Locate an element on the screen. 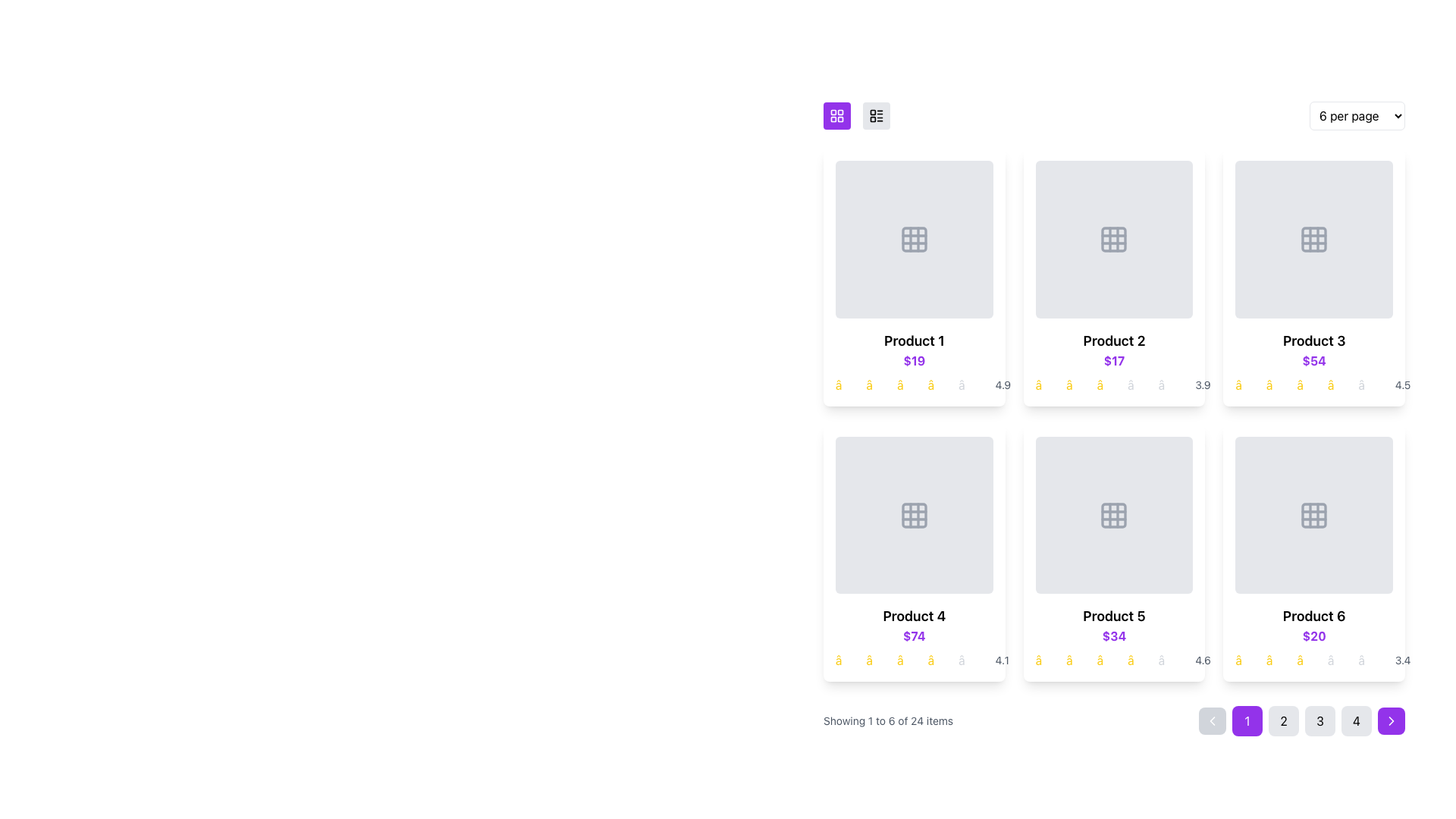 This screenshot has height=819, width=1456. the star-based rating display for 'Product 3', which visually represents its rating with yellow and gray stars, located in the top-right card of the product grid is located at coordinates (1311, 384).